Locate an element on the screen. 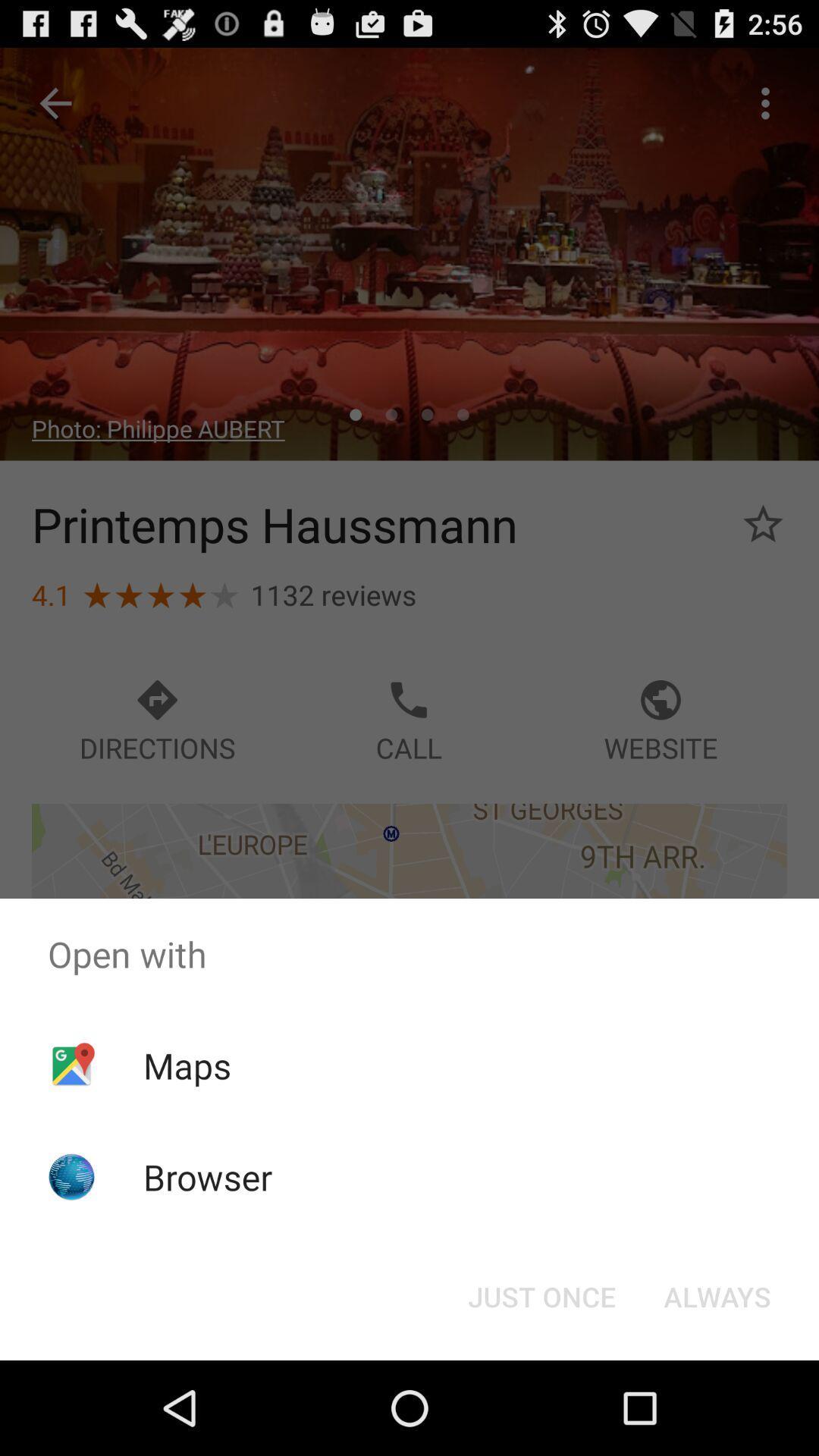  the maps is located at coordinates (187, 1065).